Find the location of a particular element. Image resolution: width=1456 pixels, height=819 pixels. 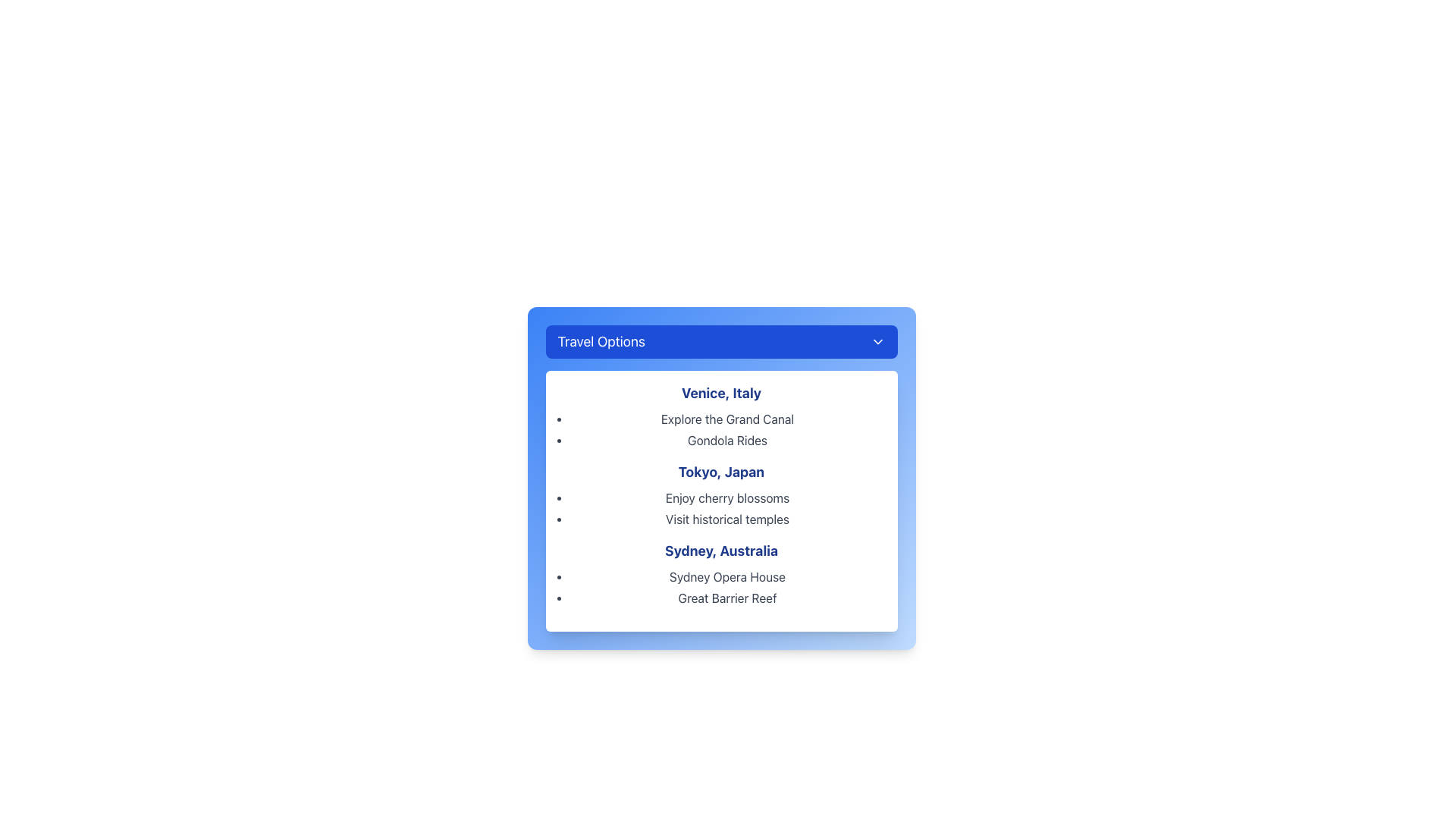

the Label element displaying the text 'Gondola Rides', which is positioned below 'Explore the Grand Canal' and part of the 'Venice, Italy' section is located at coordinates (726, 441).